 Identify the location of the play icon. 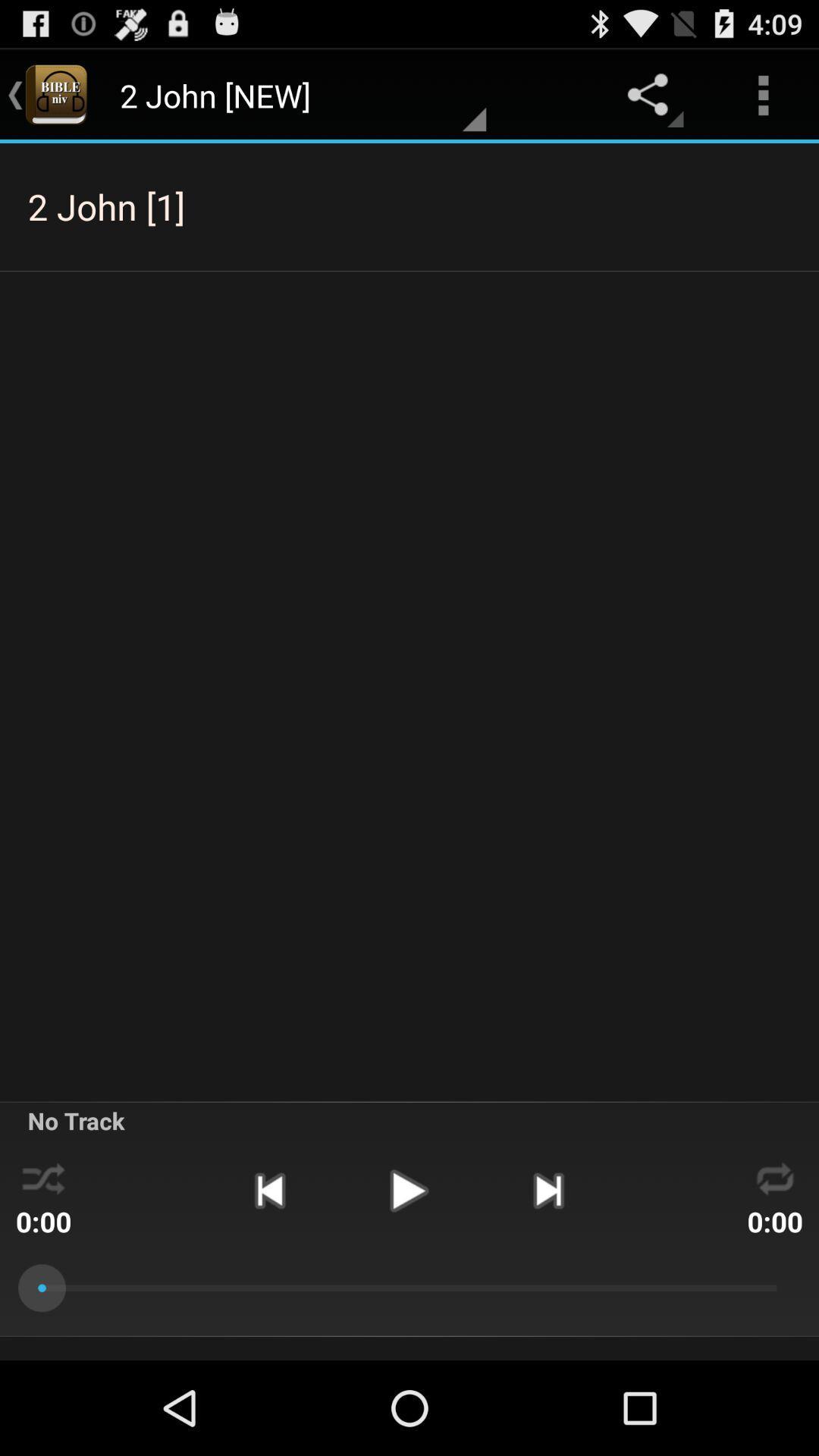
(408, 1274).